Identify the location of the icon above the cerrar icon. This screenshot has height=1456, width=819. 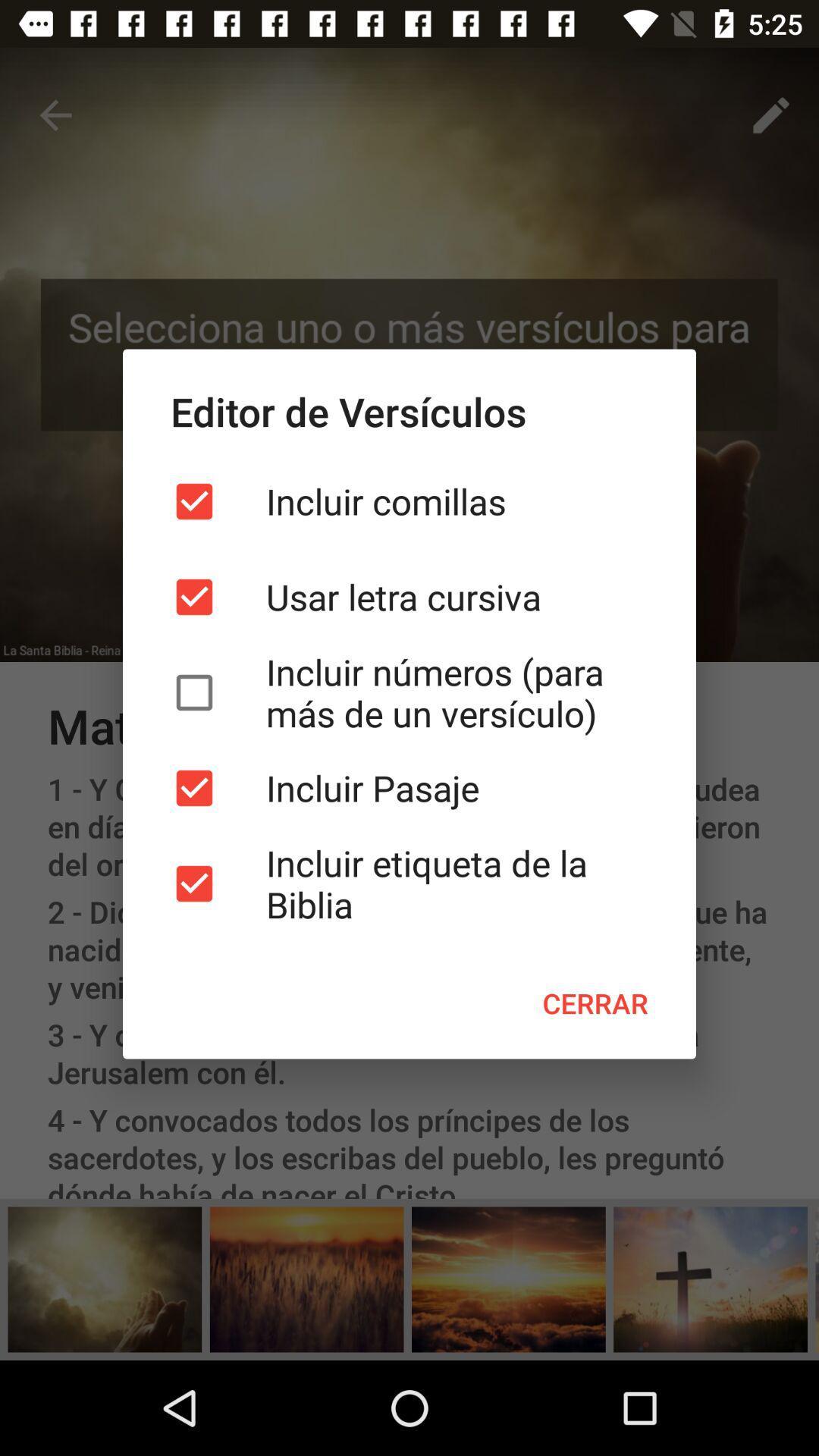
(409, 883).